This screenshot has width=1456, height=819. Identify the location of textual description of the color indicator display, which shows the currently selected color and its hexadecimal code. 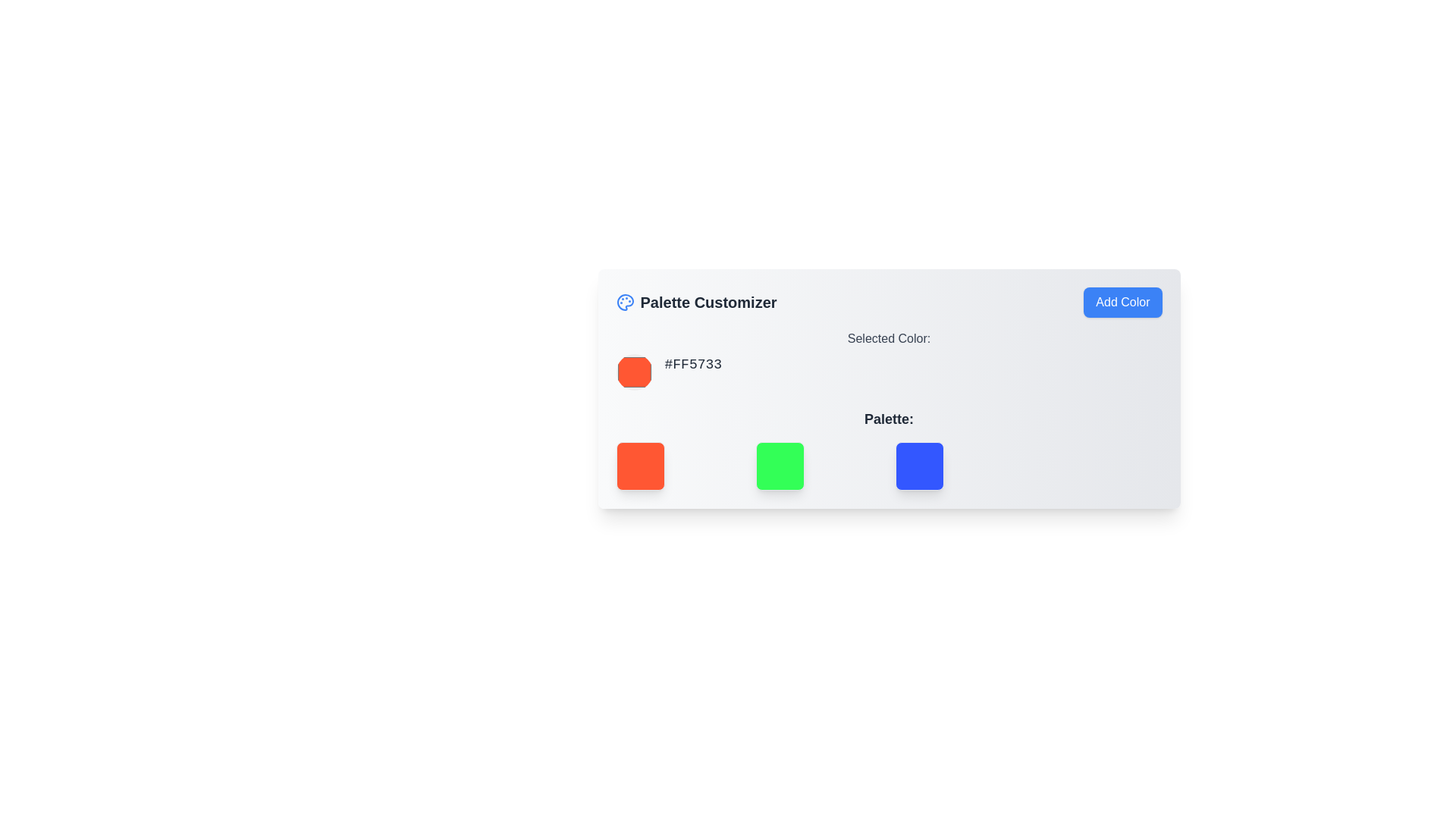
(889, 359).